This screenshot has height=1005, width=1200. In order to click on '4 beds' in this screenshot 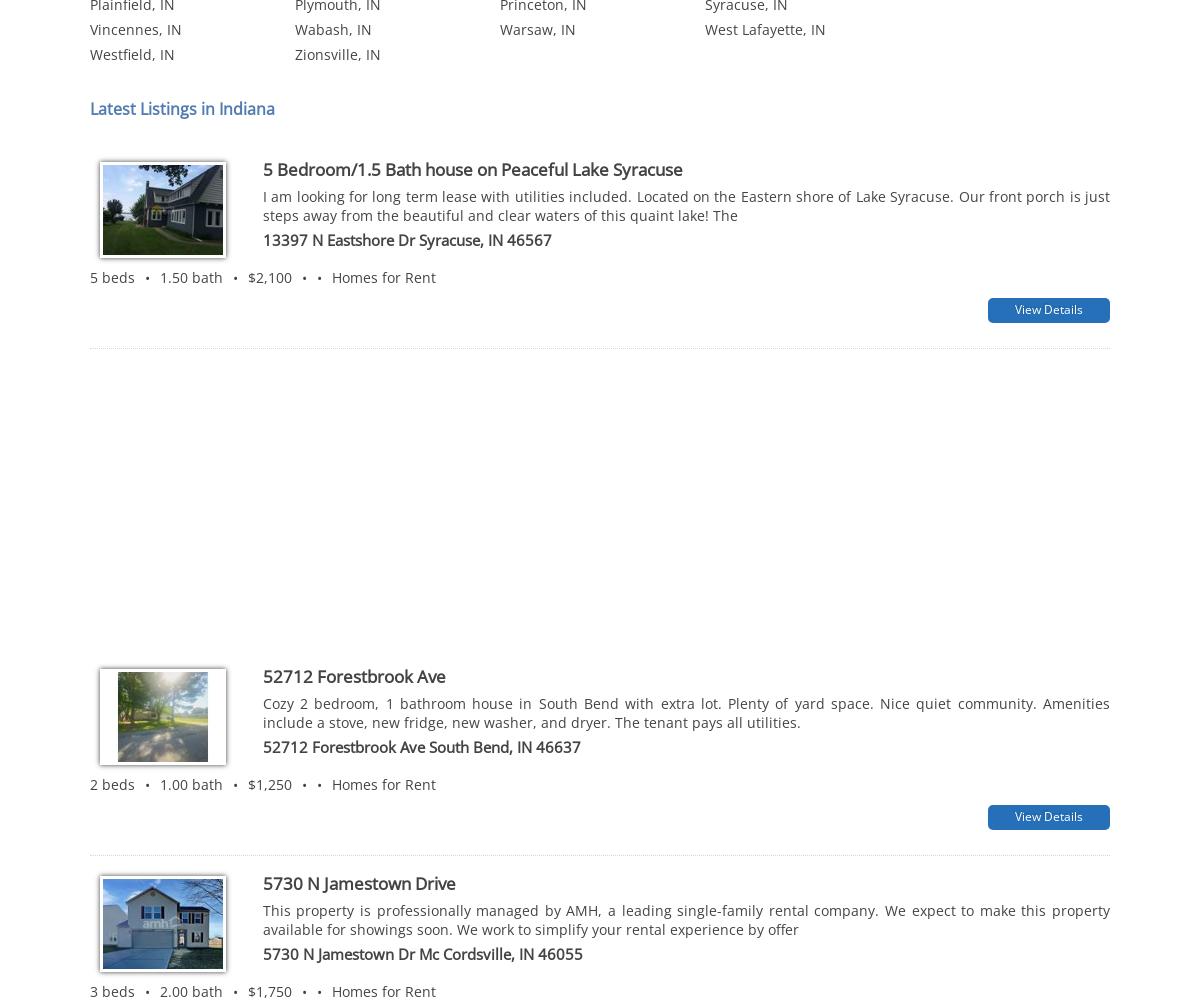, I will do `click(112, 936)`.